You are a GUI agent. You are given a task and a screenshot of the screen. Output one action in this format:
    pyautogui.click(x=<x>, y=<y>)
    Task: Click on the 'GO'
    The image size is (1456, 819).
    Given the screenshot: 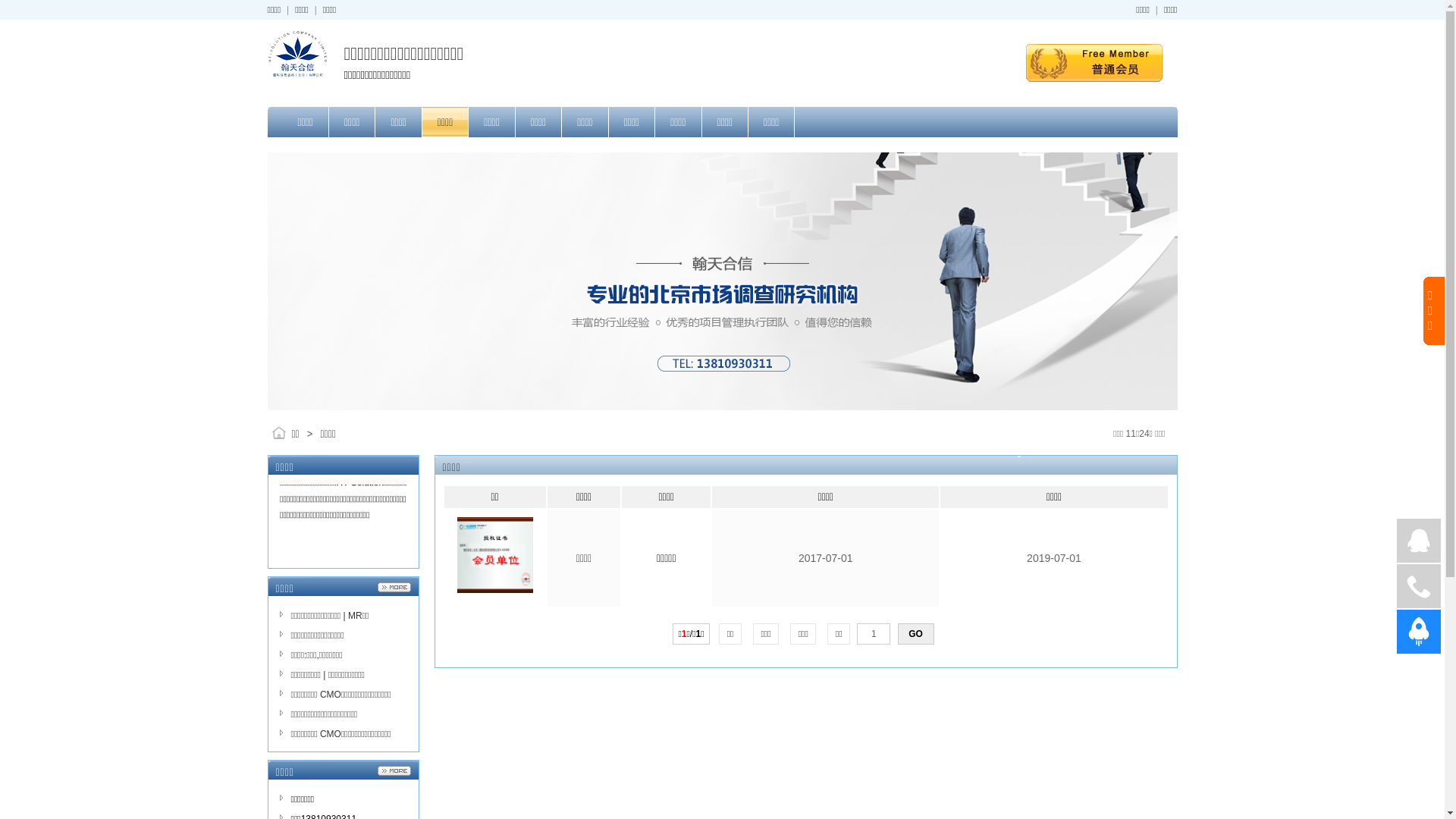 What is the action you would take?
    pyautogui.click(x=915, y=634)
    